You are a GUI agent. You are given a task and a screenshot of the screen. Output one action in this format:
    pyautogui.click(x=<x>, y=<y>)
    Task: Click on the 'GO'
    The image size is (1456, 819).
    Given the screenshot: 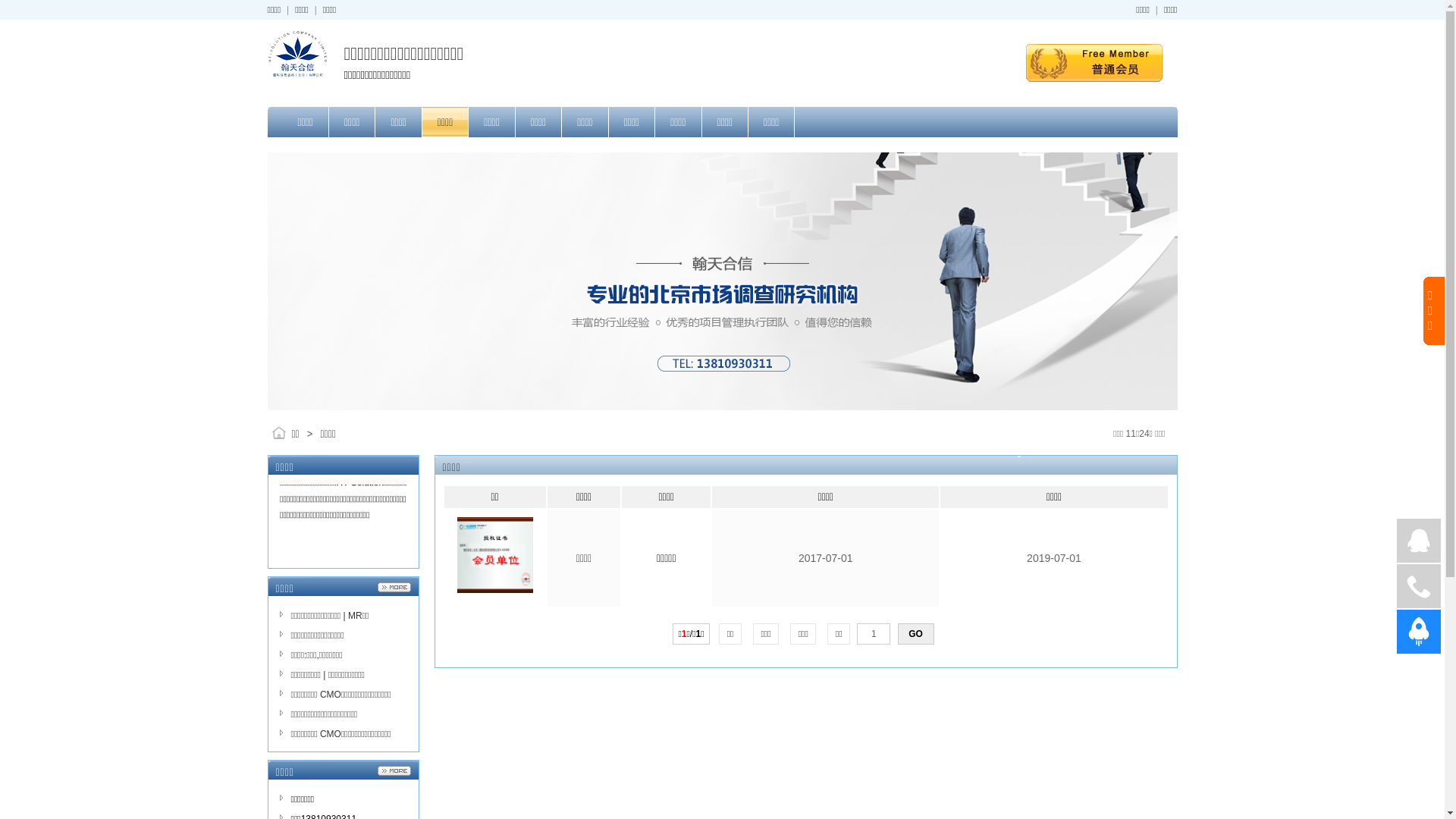 What is the action you would take?
    pyautogui.click(x=915, y=634)
    